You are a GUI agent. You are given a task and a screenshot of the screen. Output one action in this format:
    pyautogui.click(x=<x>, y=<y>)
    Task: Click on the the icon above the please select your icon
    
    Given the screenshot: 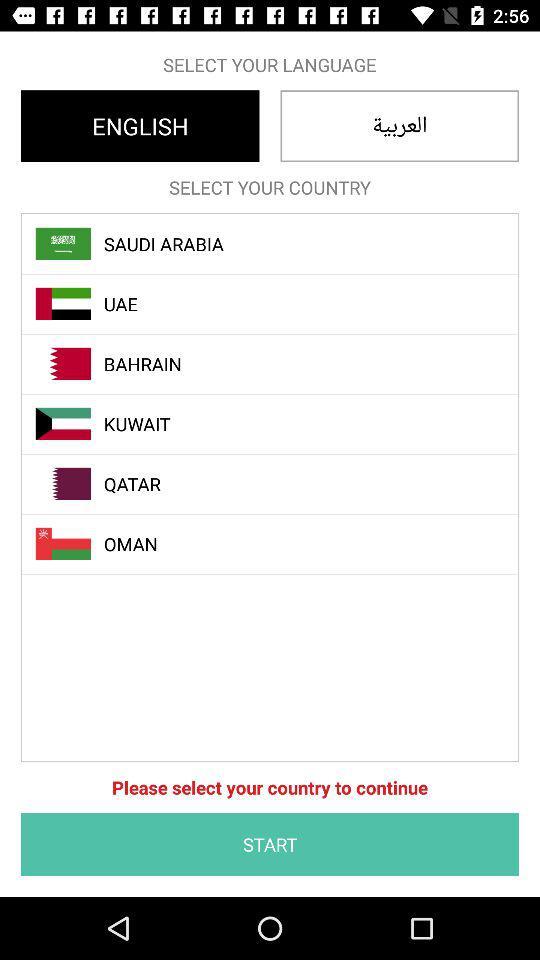 What is the action you would take?
    pyautogui.click(x=280, y=544)
    